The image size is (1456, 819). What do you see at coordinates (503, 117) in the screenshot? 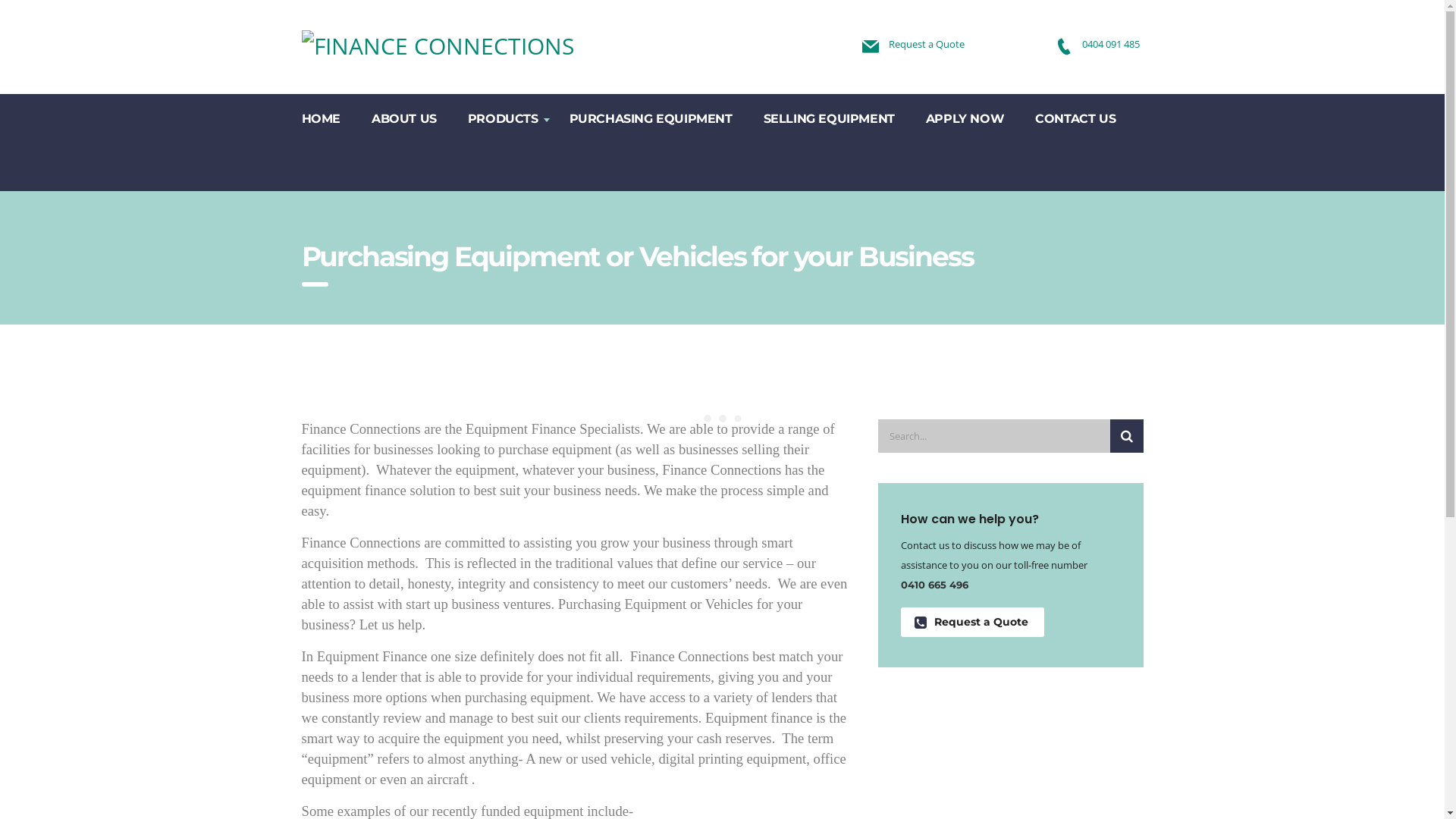
I see `'PRODUCTS'` at bounding box center [503, 117].